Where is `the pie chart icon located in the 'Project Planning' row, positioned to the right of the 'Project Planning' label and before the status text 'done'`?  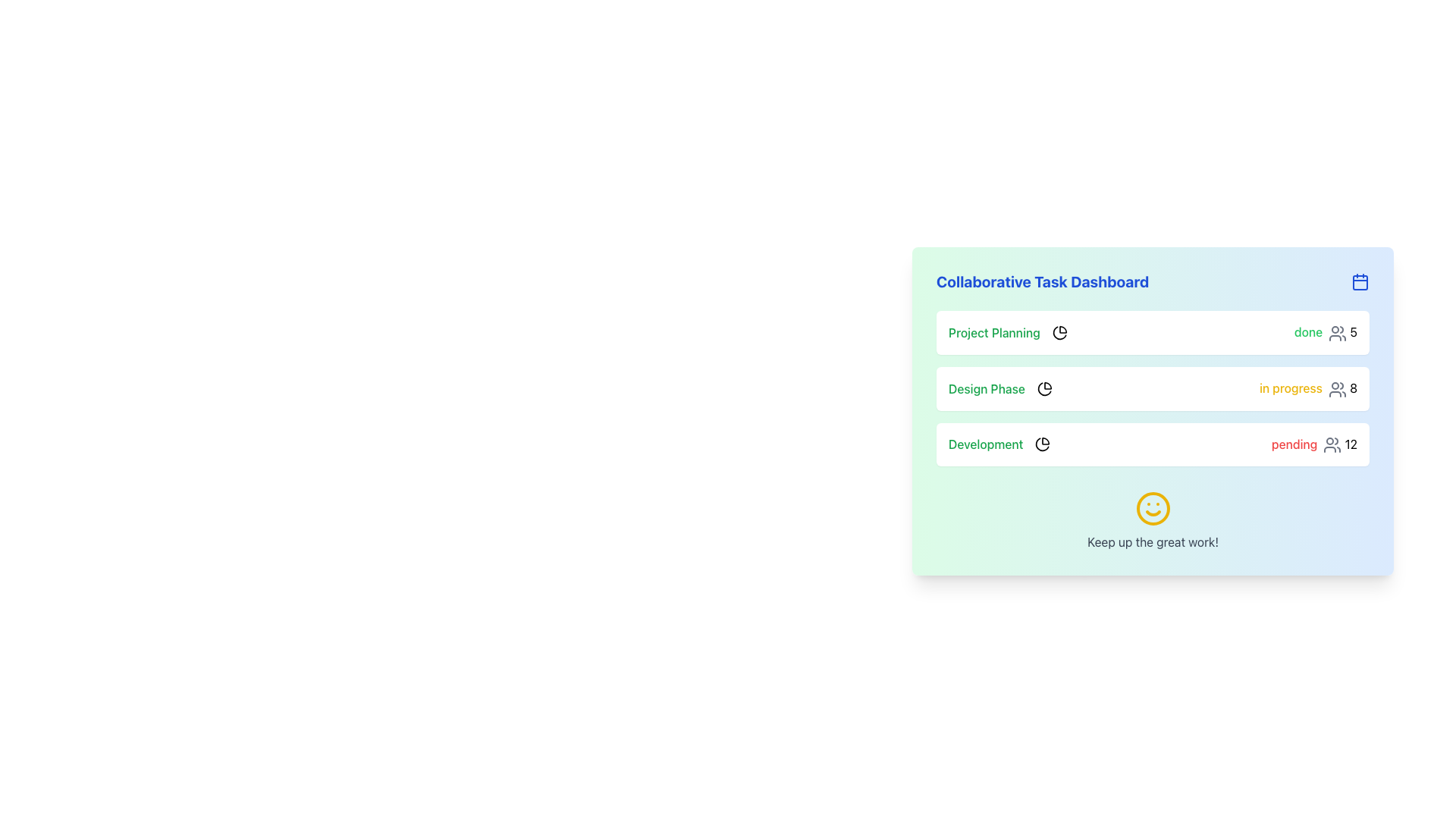 the pie chart icon located in the 'Project Planning' row, positioned to the right of the 'Project Planning' label and before the status text 'done' is located at coordinates (1059, 331).